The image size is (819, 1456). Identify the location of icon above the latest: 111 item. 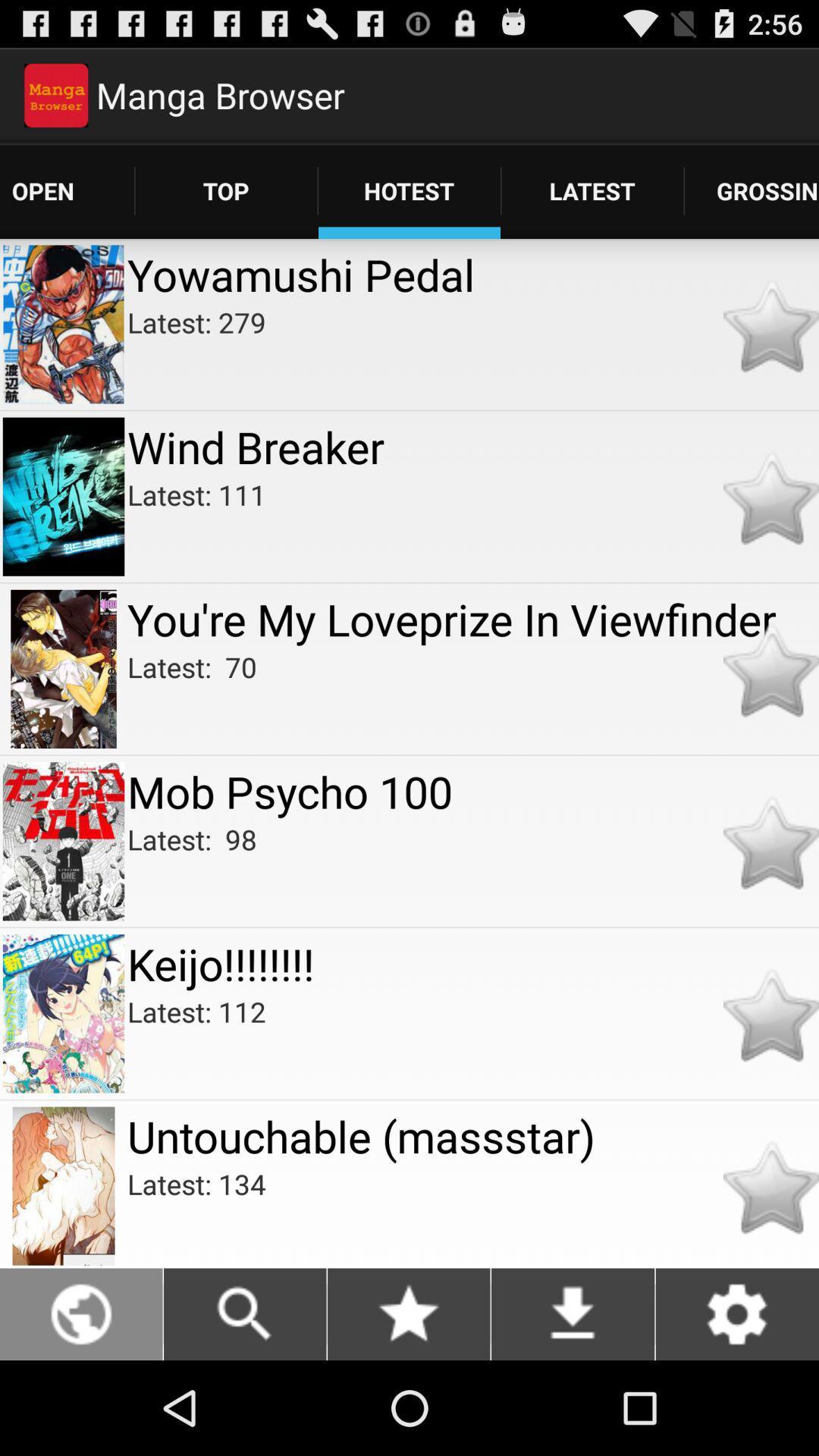
(472, 446).